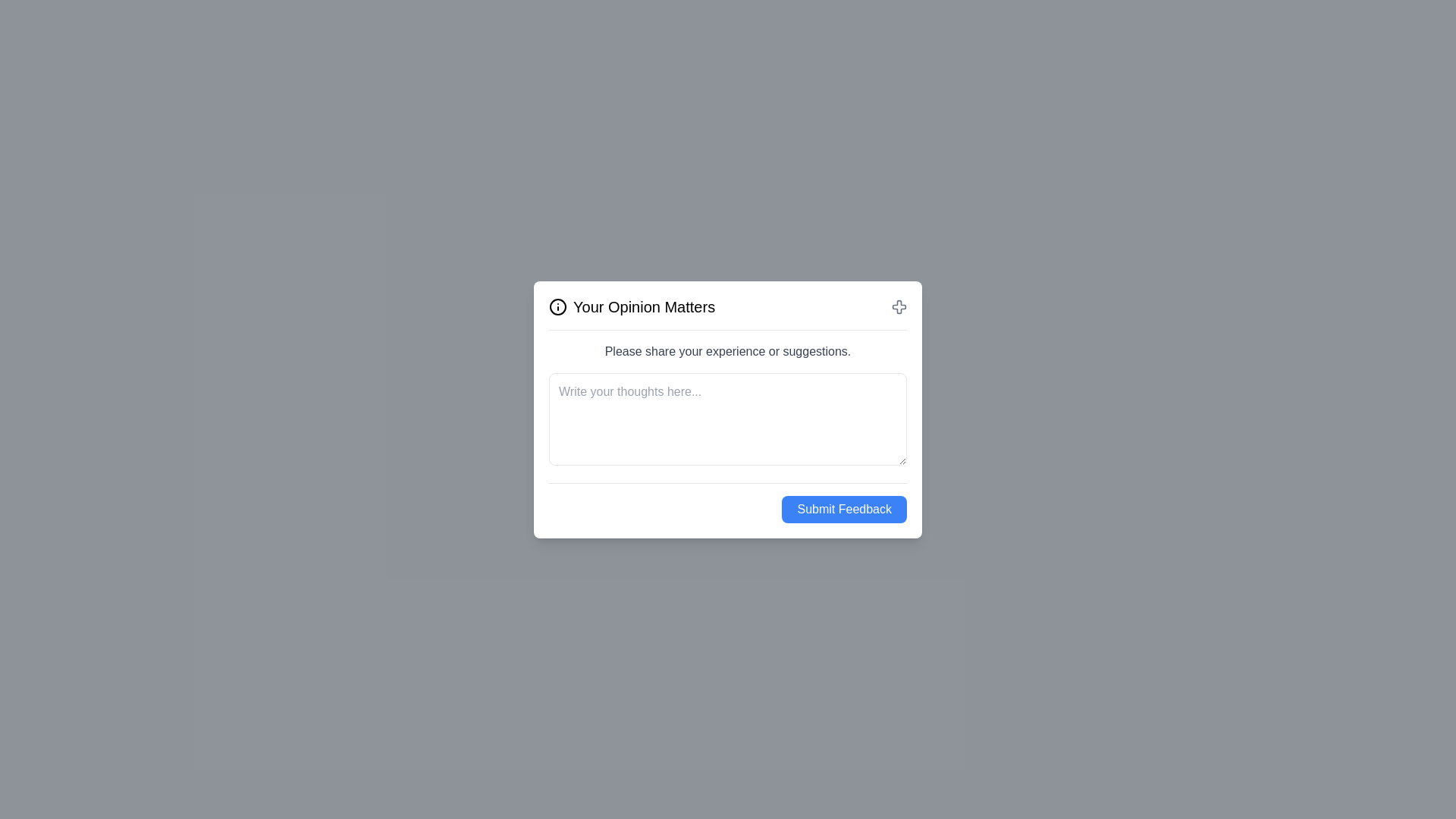 This screenshot has width=1456, height=819. Describe the element at coordinates (843, 509) in the screenshot. I see `the 'Submit Feedback' button` at that location.